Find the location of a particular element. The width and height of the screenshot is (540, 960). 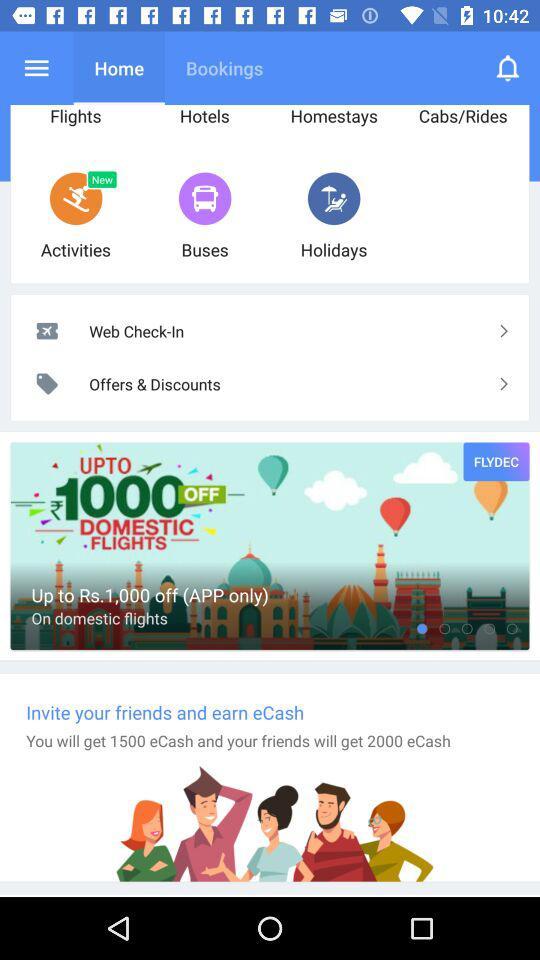

flydec item is located at coordinates (495, 461).